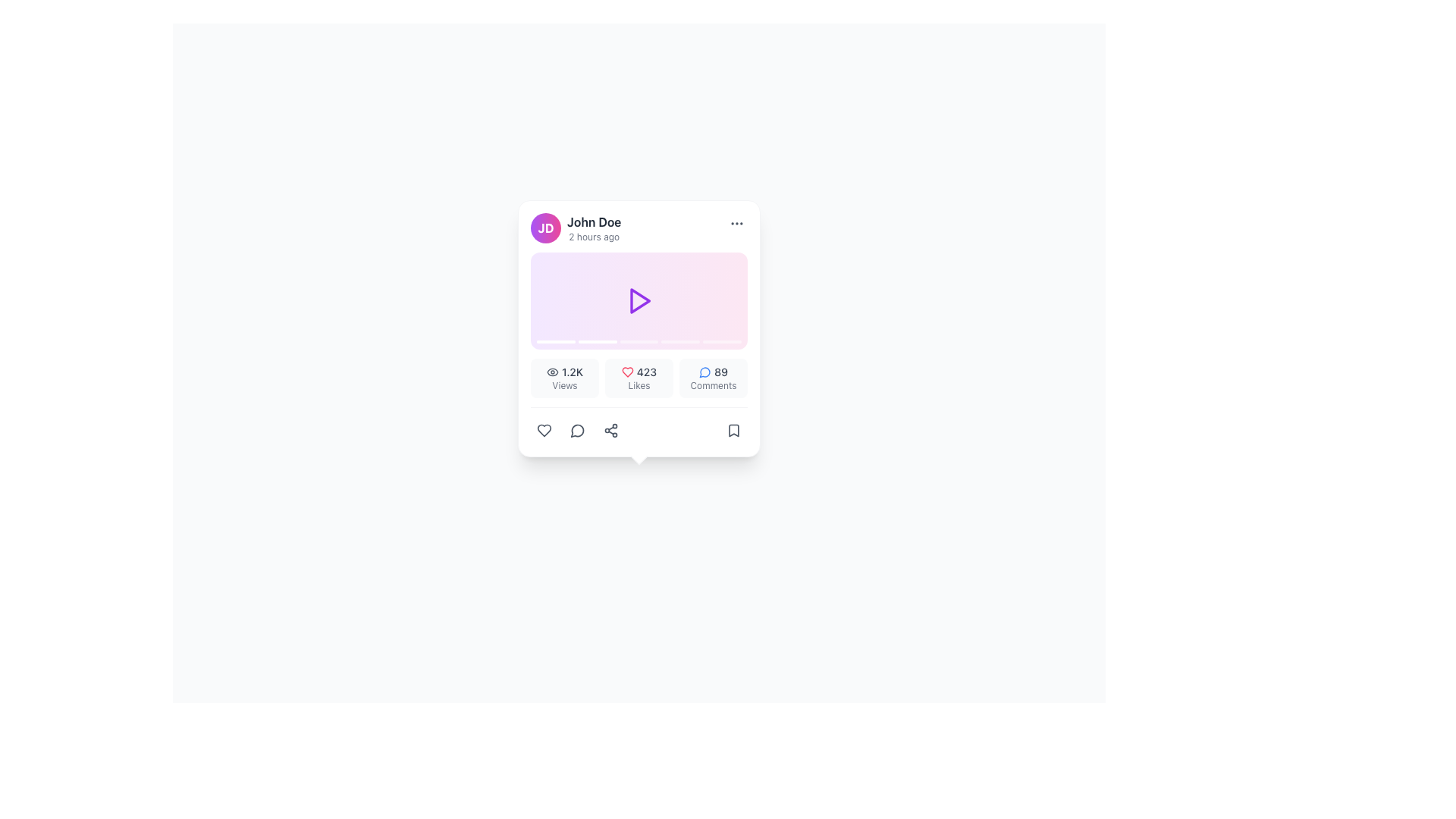  I want to click on the 'Comments' label, which is styled in gray color and located below the numeric text '89' in the user interaction section, so click(712, 385).